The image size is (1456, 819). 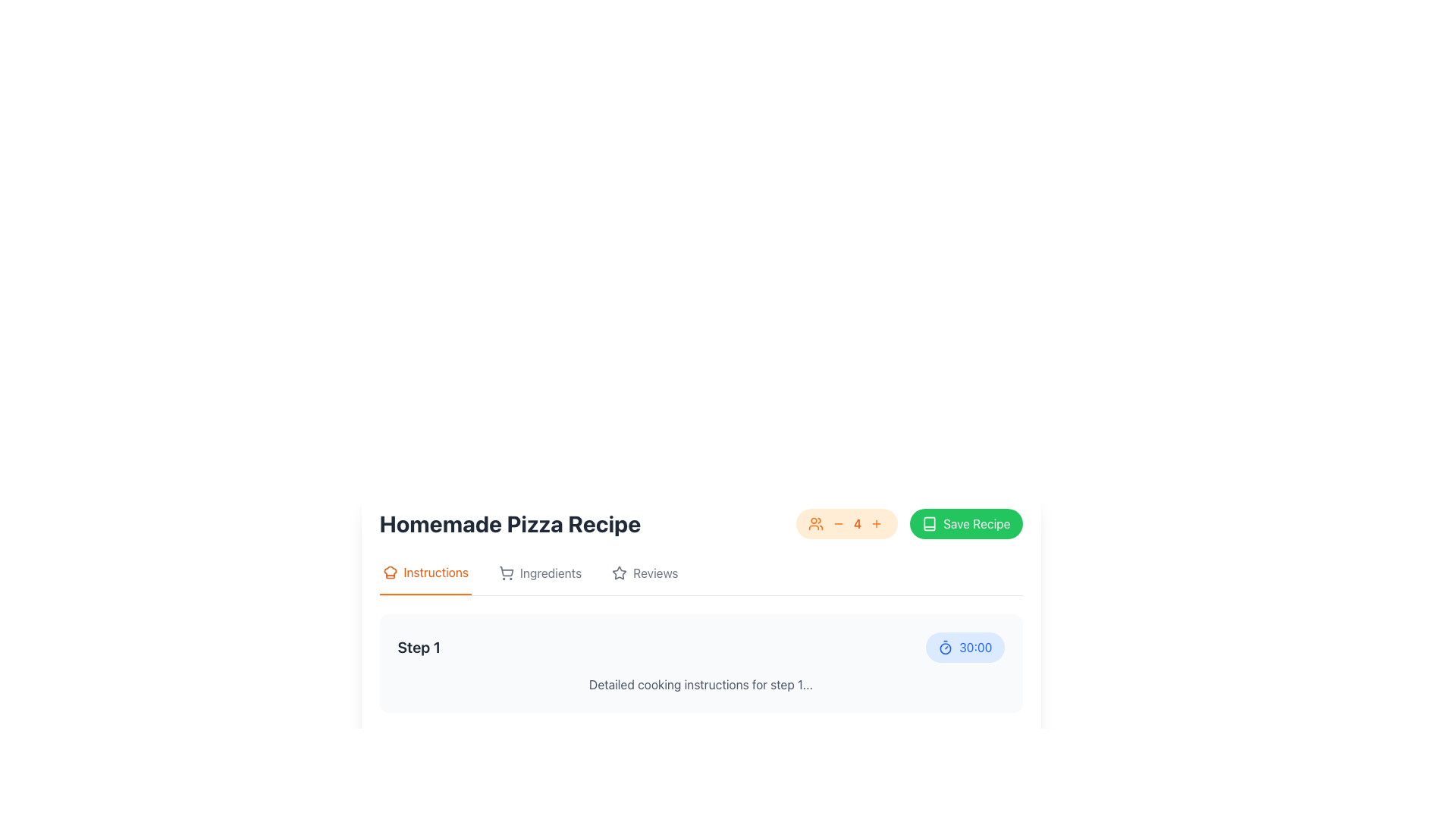 I want to click on the icon inside the 'Save Recipe' button located in the top-right section of the interface, so click(x=929, y=522).